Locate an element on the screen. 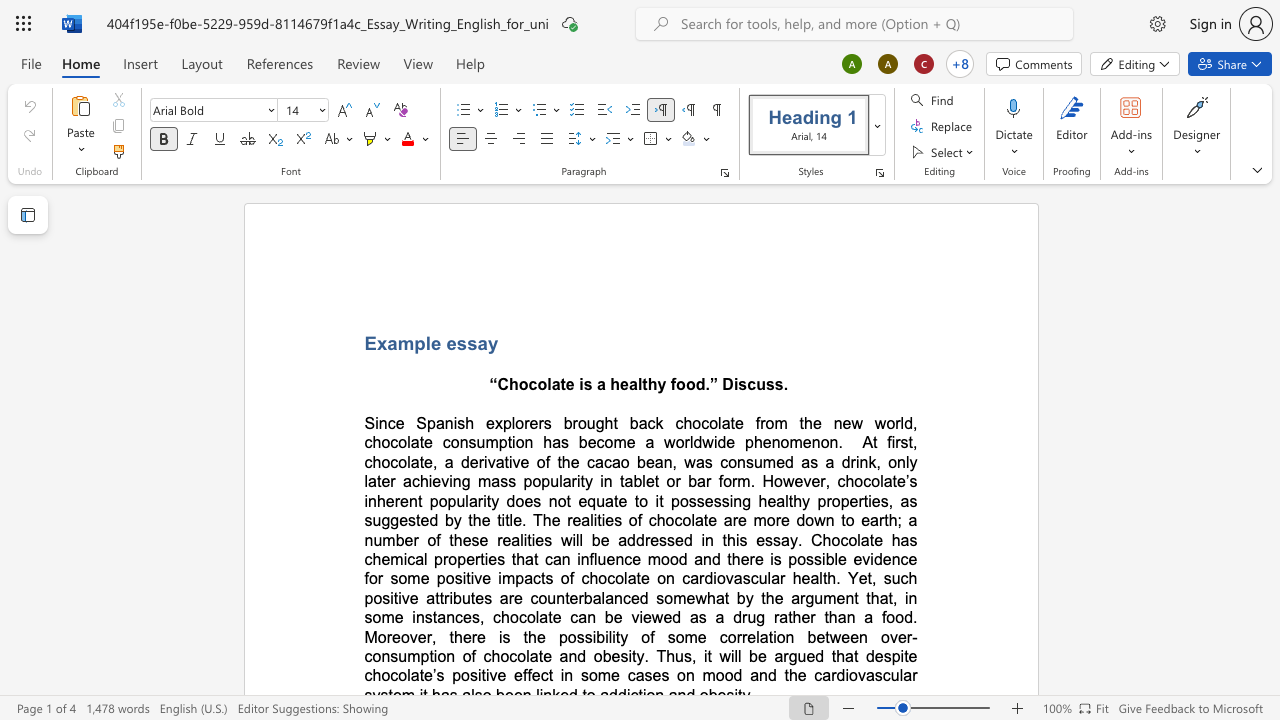  the space between the continuous character "t" and "h" in the text is located at coordinates (805, 422).